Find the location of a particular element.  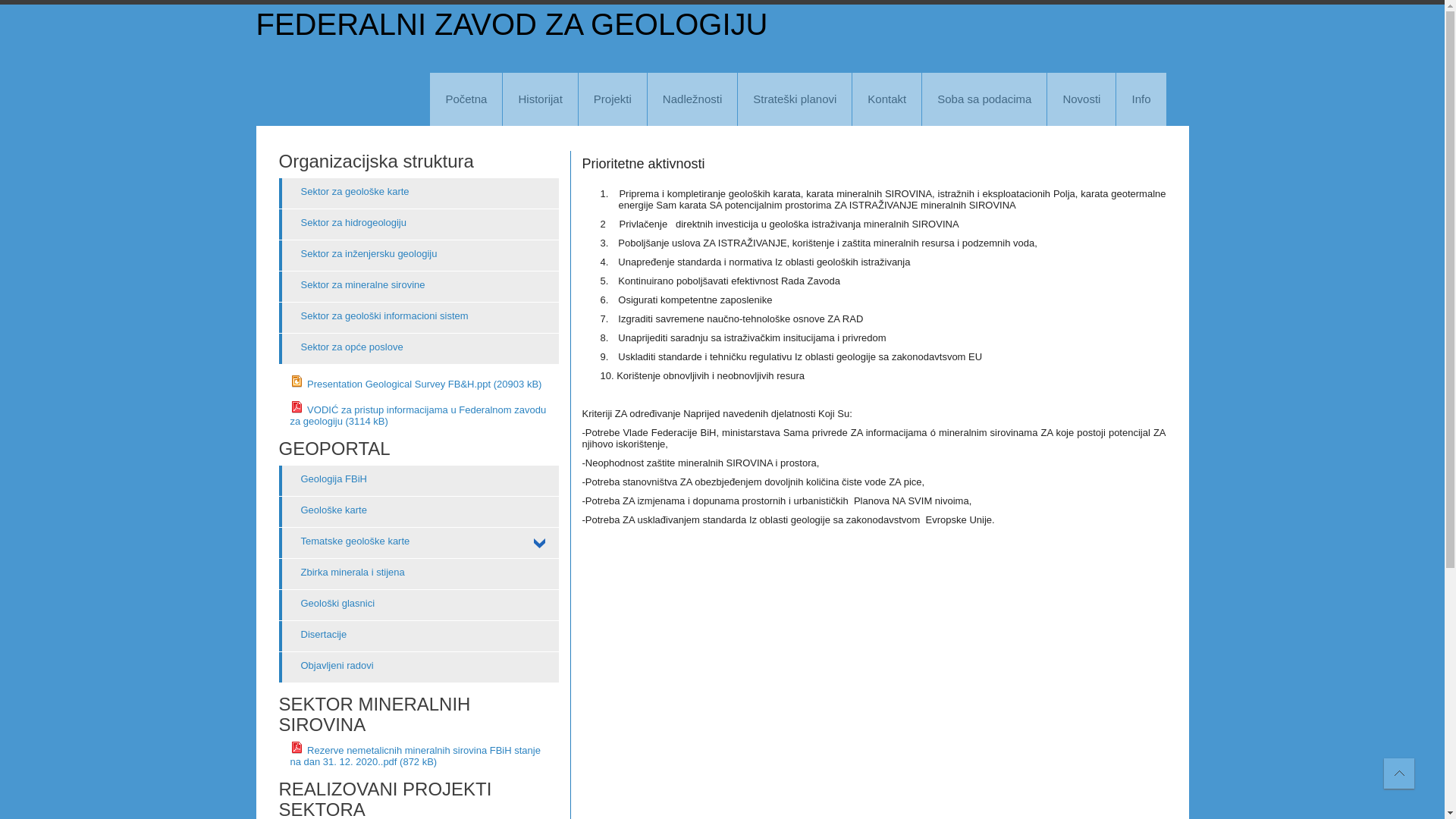

'Sektor za hidrogeologiju' is located at coordinates (419, 224).